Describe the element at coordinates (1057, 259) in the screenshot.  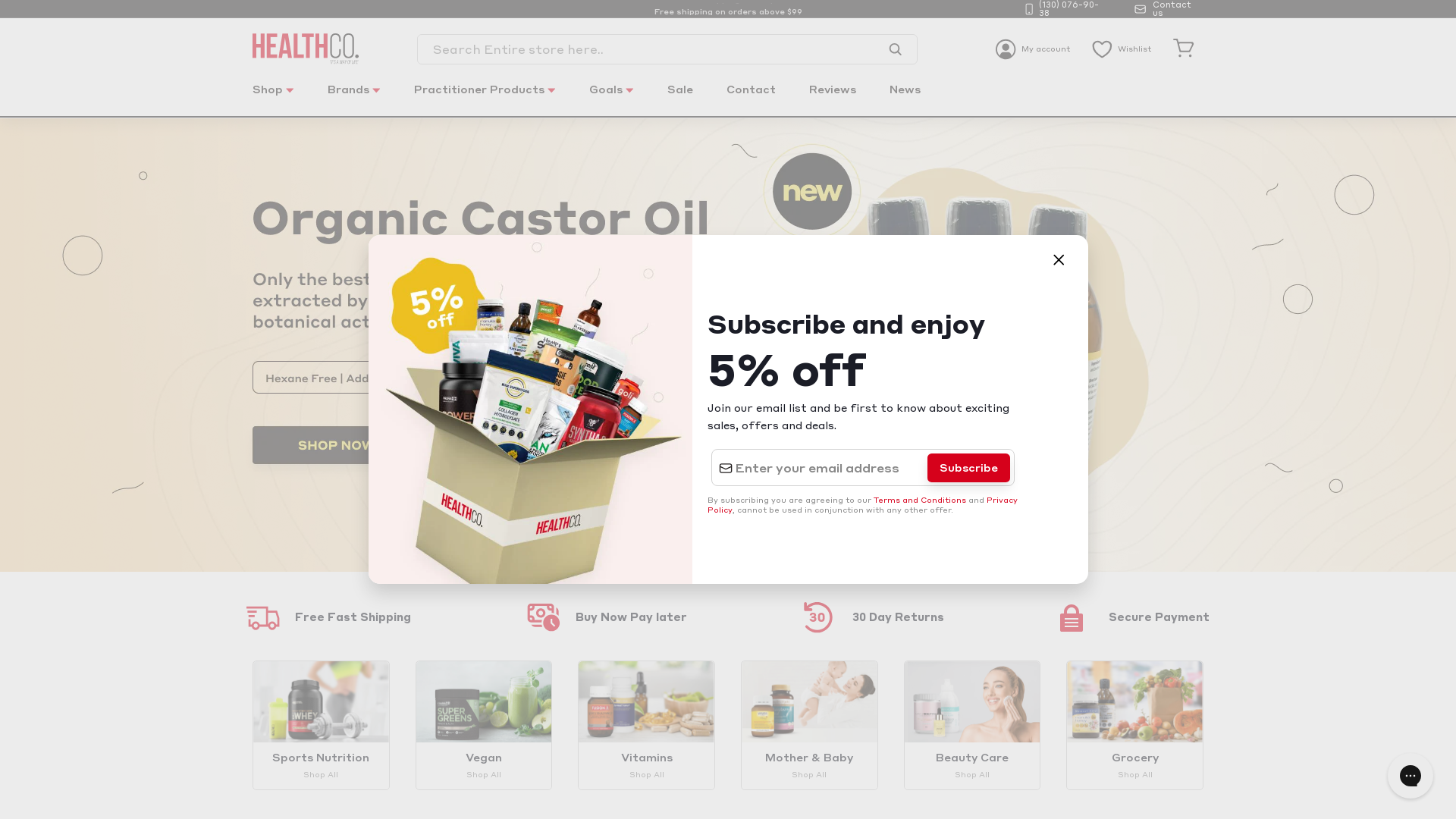
I see `'"Close (esc)"'` at that location.